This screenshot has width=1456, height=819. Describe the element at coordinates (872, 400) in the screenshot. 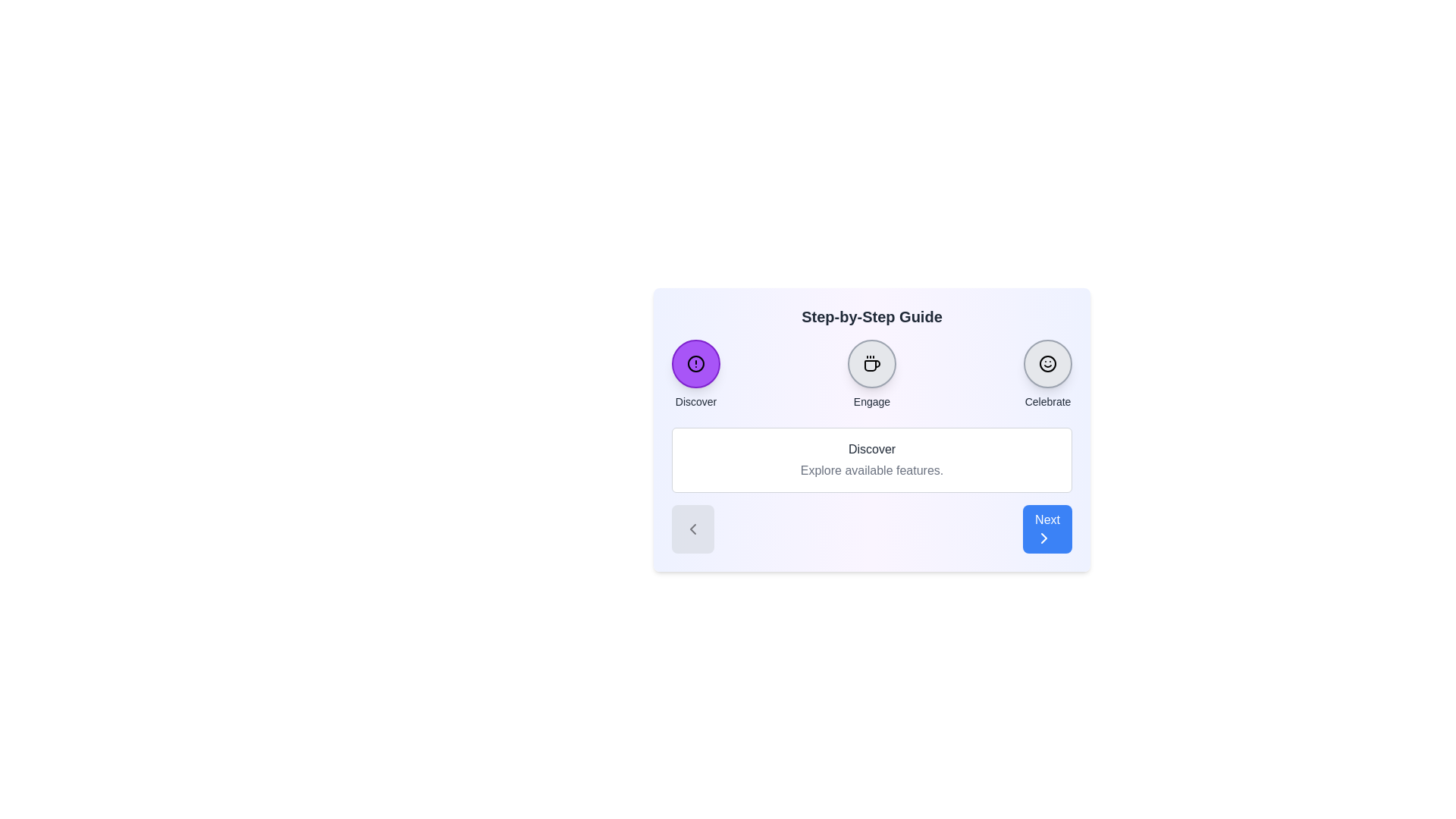

I see `the text label displaying 'Engage', which is styled in grayish-black color and located directly beneath the coffee-themed circular icon` at that location.